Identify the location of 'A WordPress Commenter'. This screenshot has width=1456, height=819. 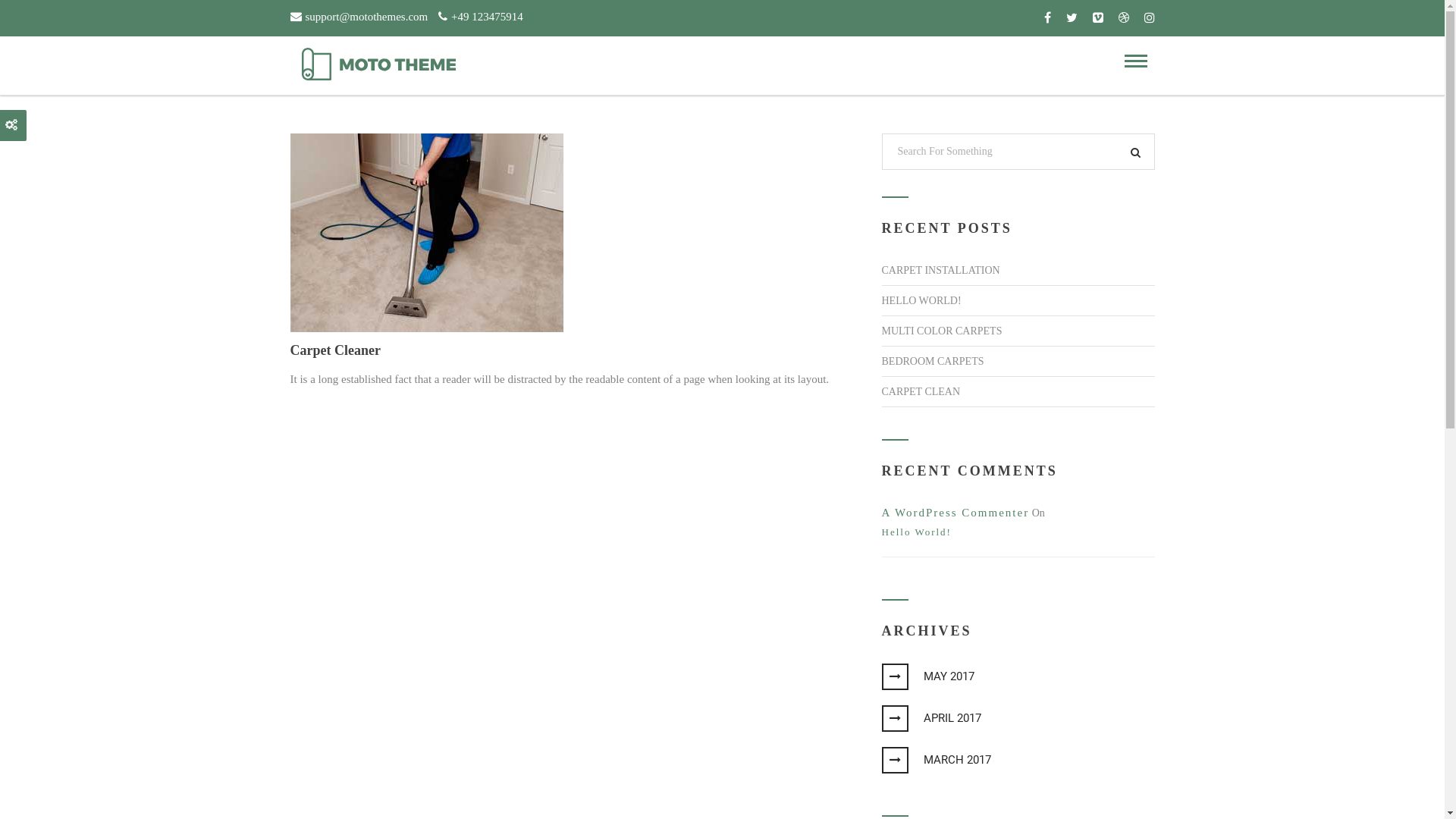
(954, 512).